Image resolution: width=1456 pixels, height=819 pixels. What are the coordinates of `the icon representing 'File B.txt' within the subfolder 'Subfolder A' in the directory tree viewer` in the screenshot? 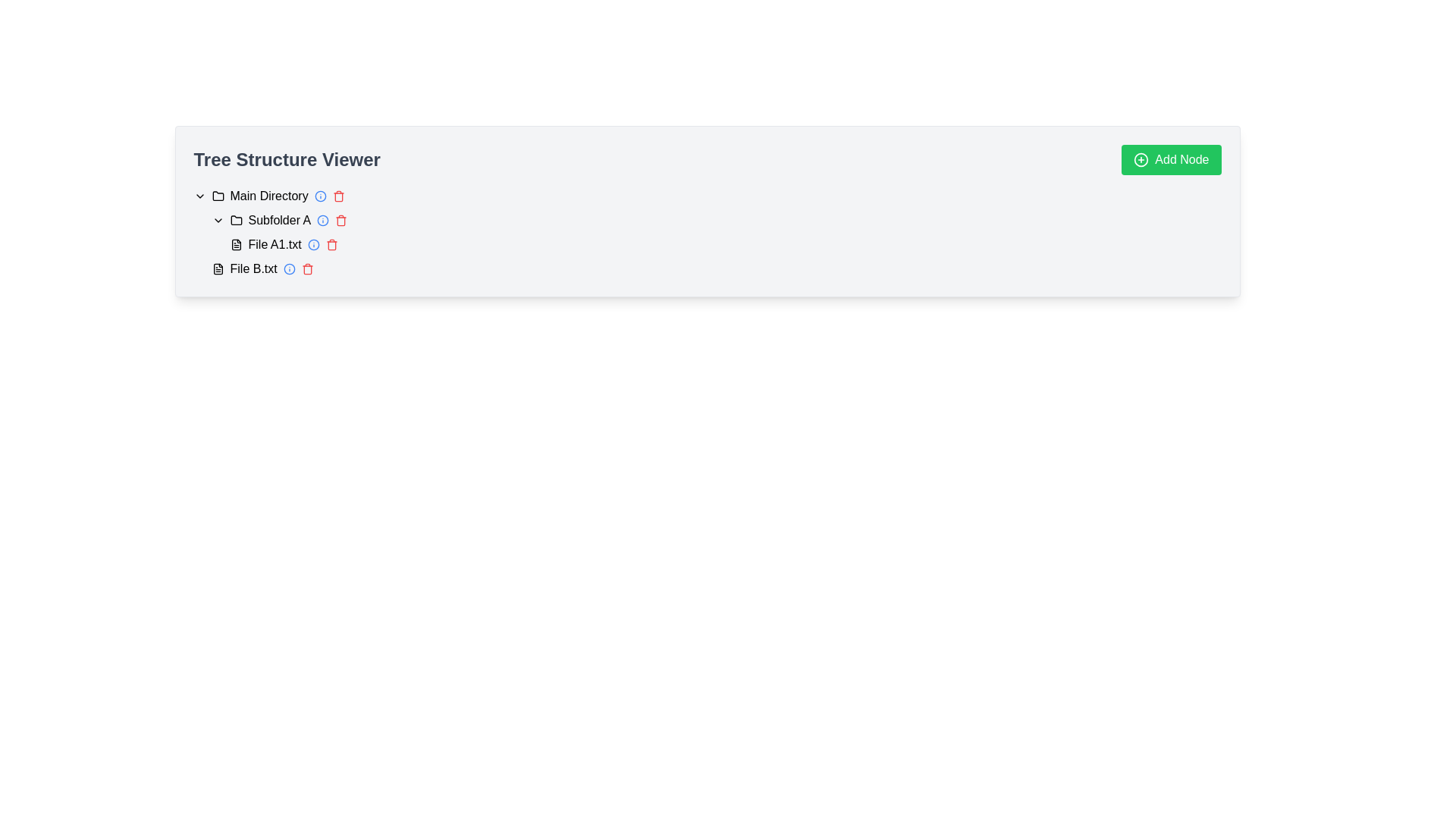 It's located at (217, 268).